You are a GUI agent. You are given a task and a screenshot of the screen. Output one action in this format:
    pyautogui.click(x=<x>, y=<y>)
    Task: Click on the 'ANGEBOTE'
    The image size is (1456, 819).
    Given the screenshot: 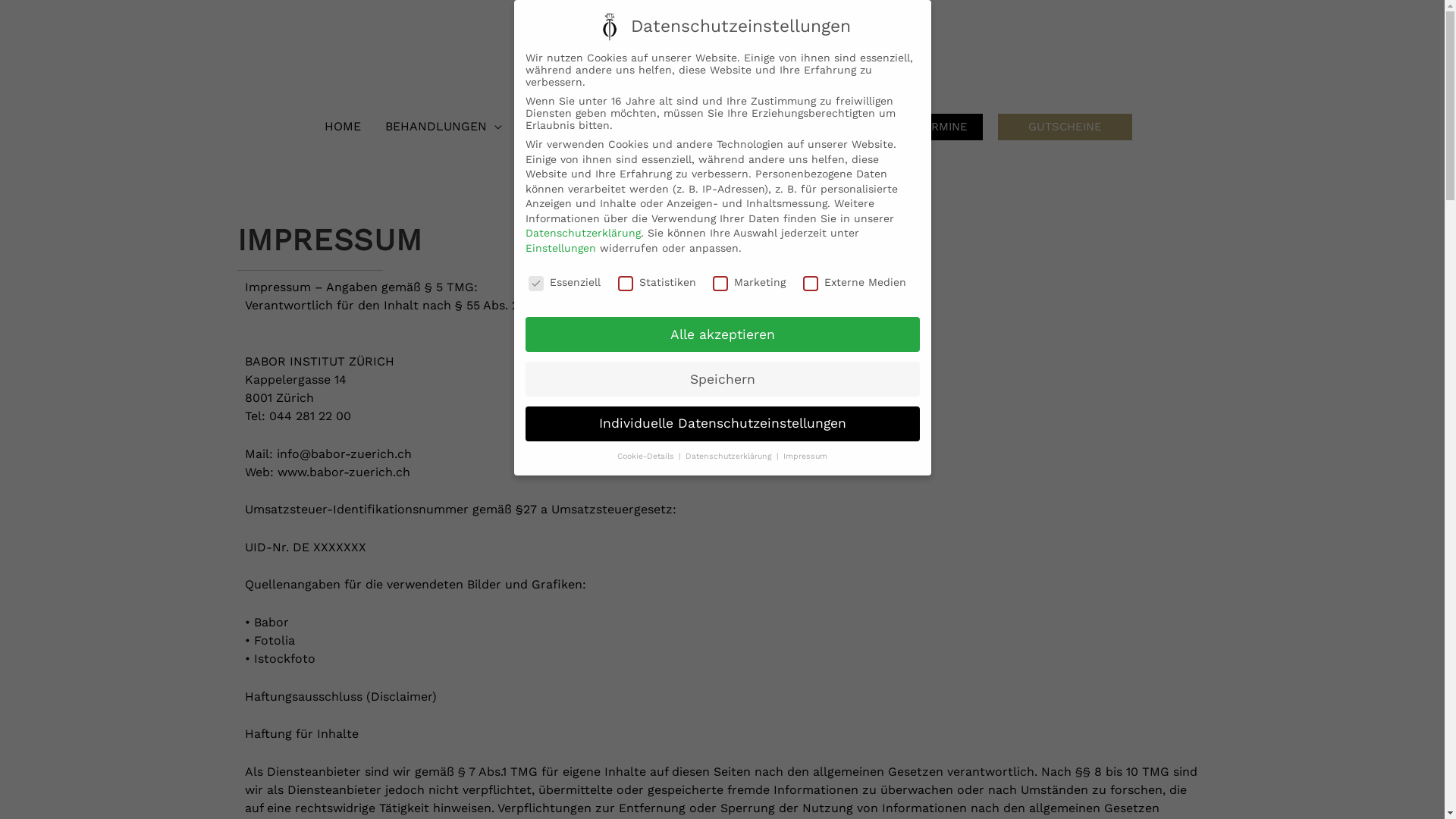 What is the action you would take?
    pyautogui.click(x=558, y=125)
    